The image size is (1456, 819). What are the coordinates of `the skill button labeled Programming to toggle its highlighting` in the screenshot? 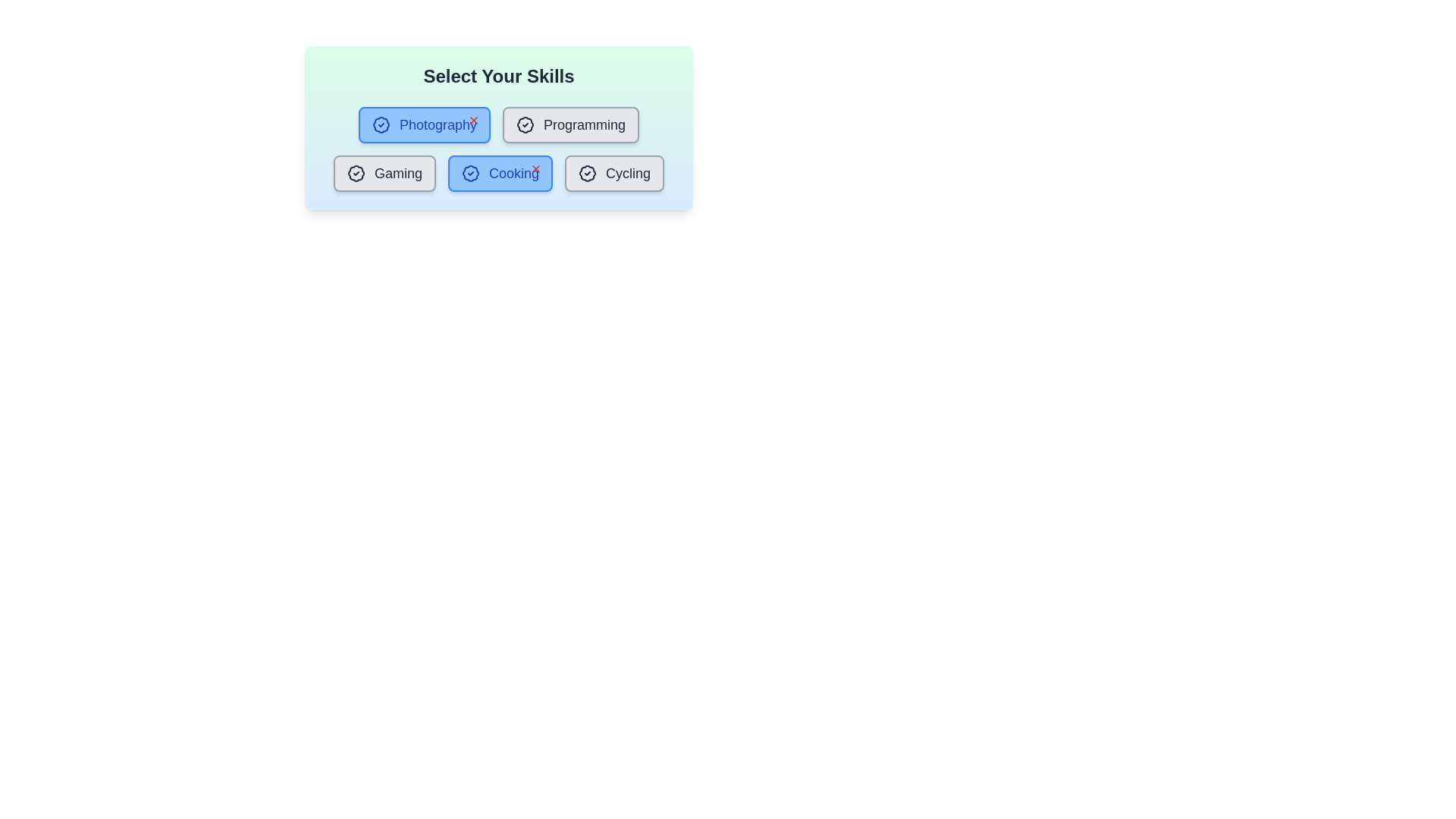 It's located at (570, 124).